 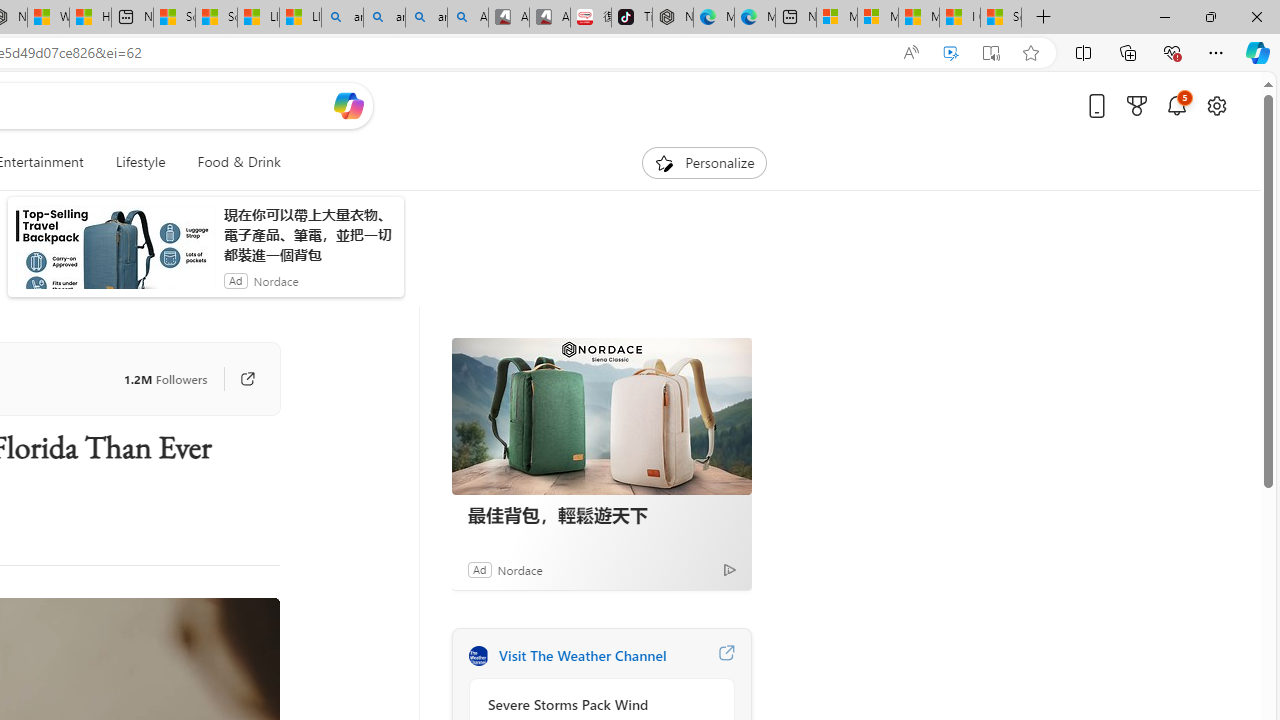 What do you see at coordinates (960, 17) in the screenshot?
I see `'I Gained 20 Pounds of Muscle in 30 Days! | Watch'` at bounding box center [960, 17].